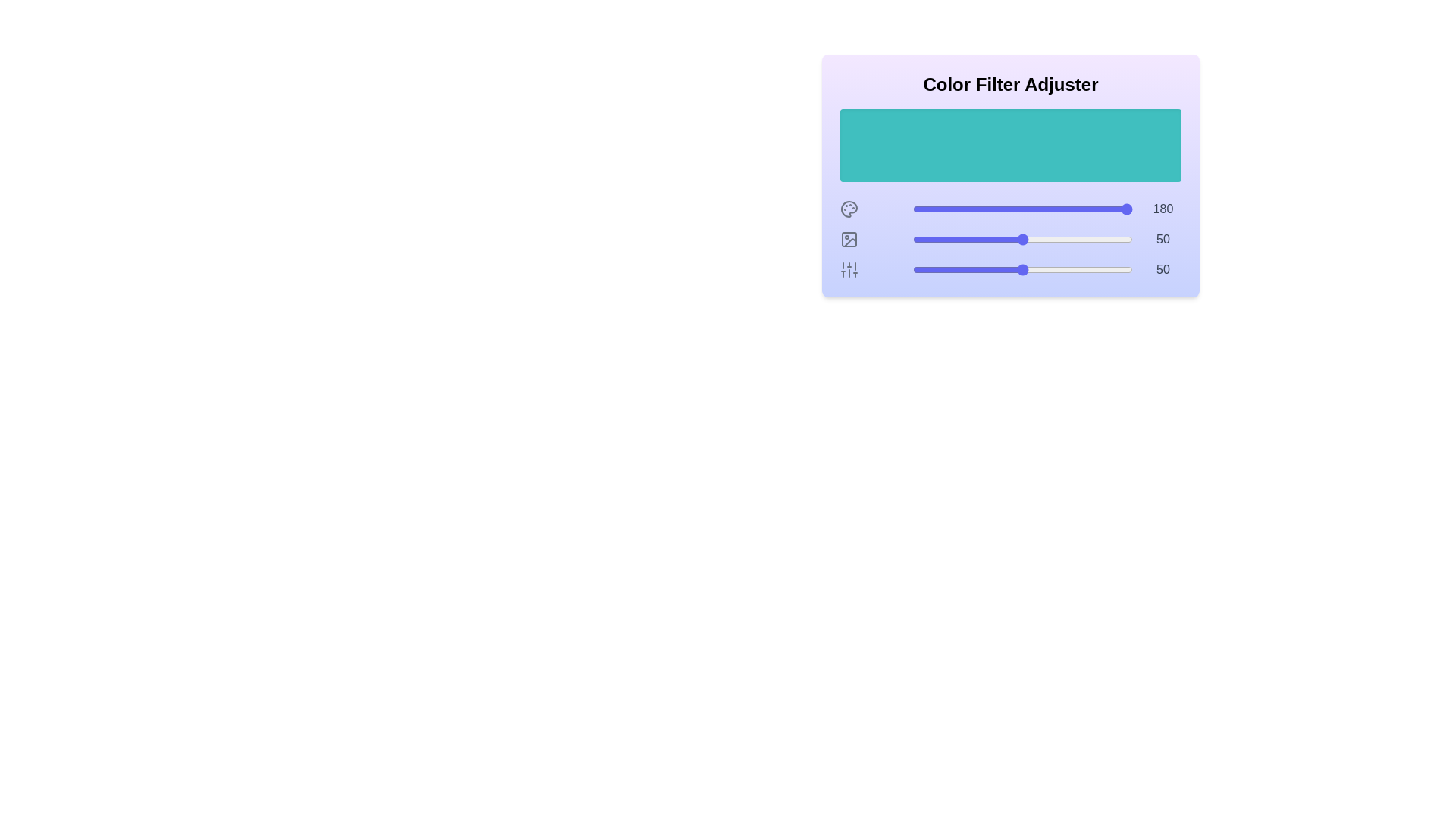  I want to click on the 0 slider to 50 to observe the color preview area, so click(1022, 209).